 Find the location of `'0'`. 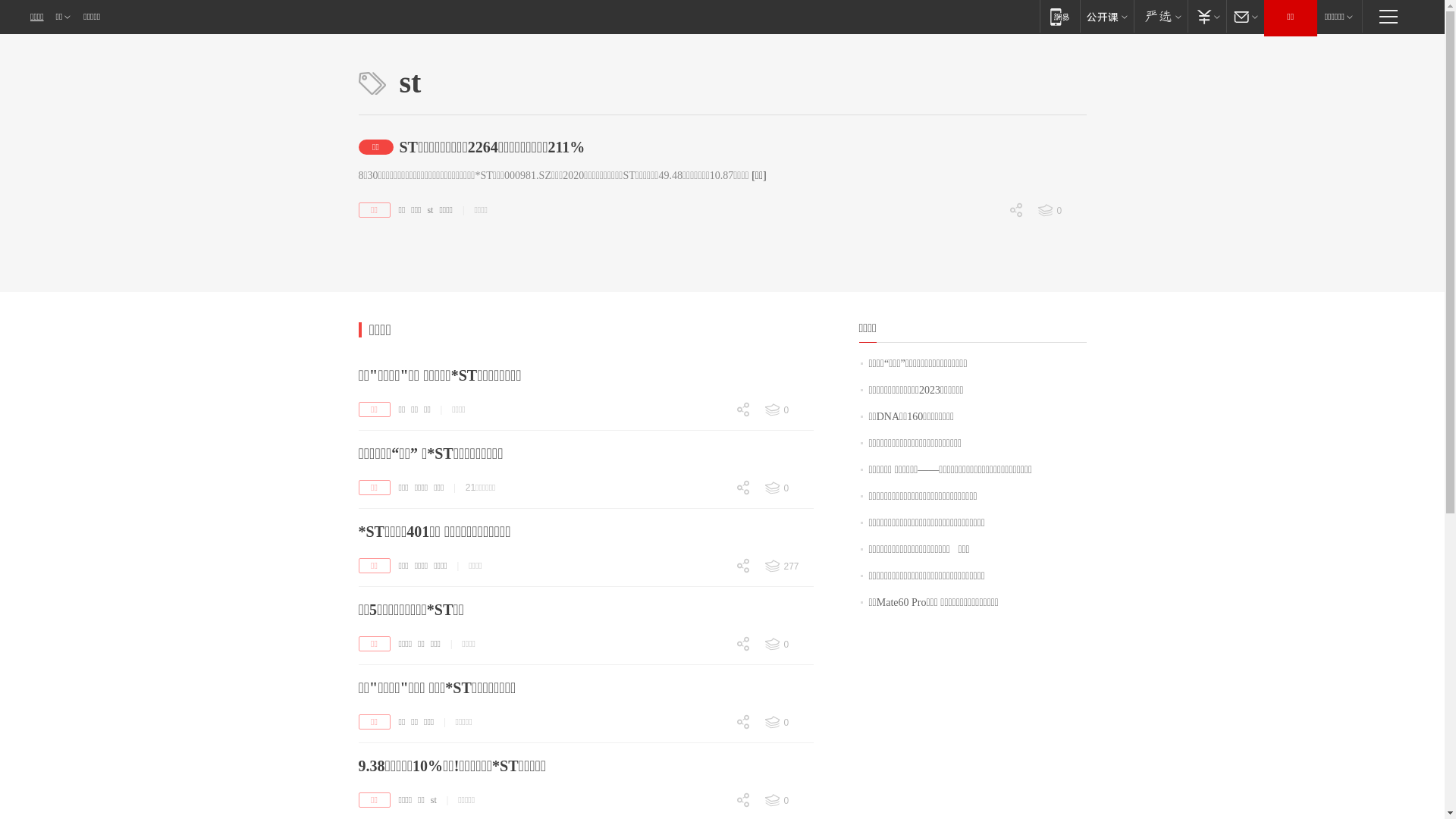

'0' is located at coordinates (712, 645).